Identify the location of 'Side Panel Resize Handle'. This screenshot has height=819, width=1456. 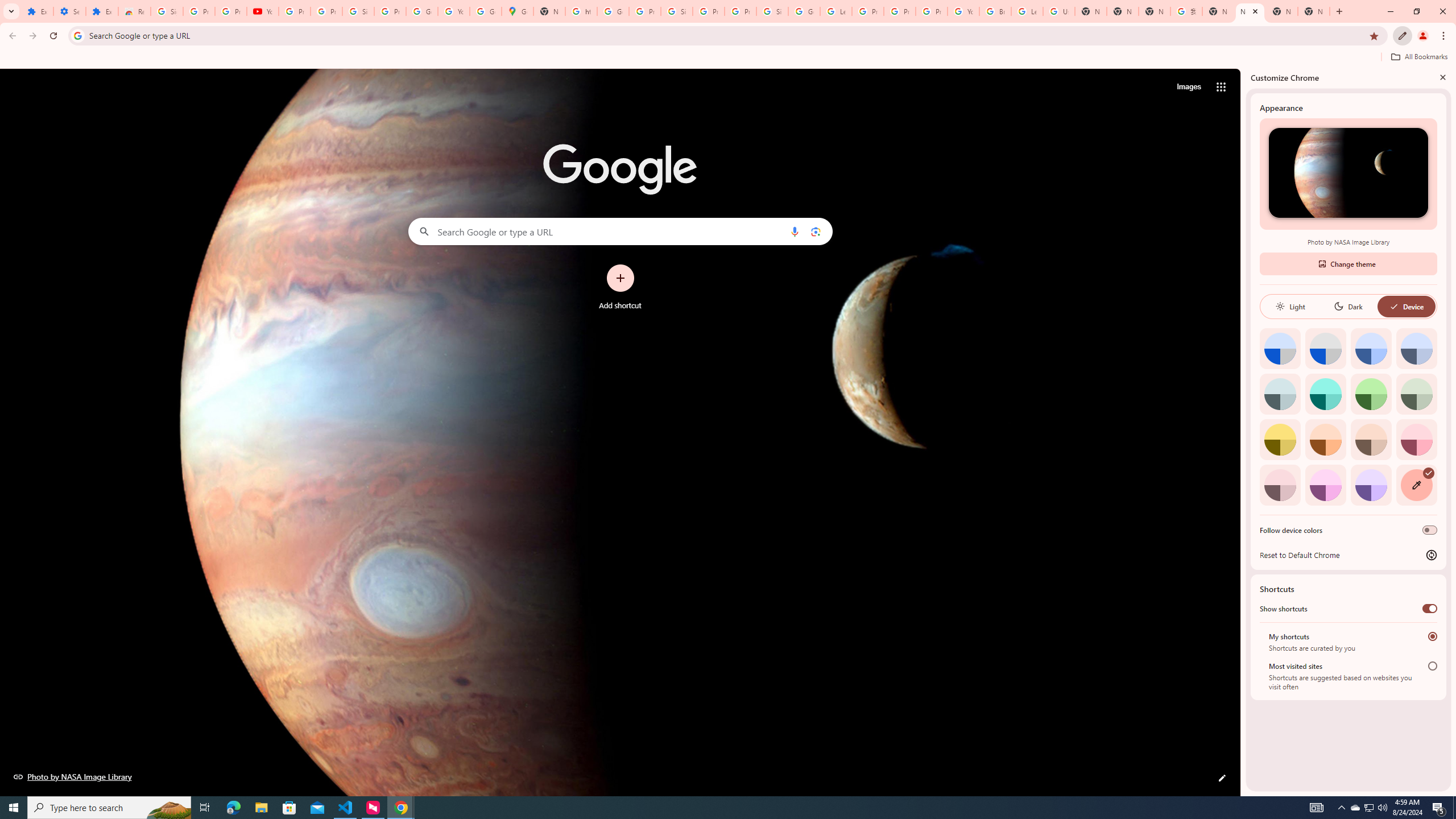
(1243, 431).